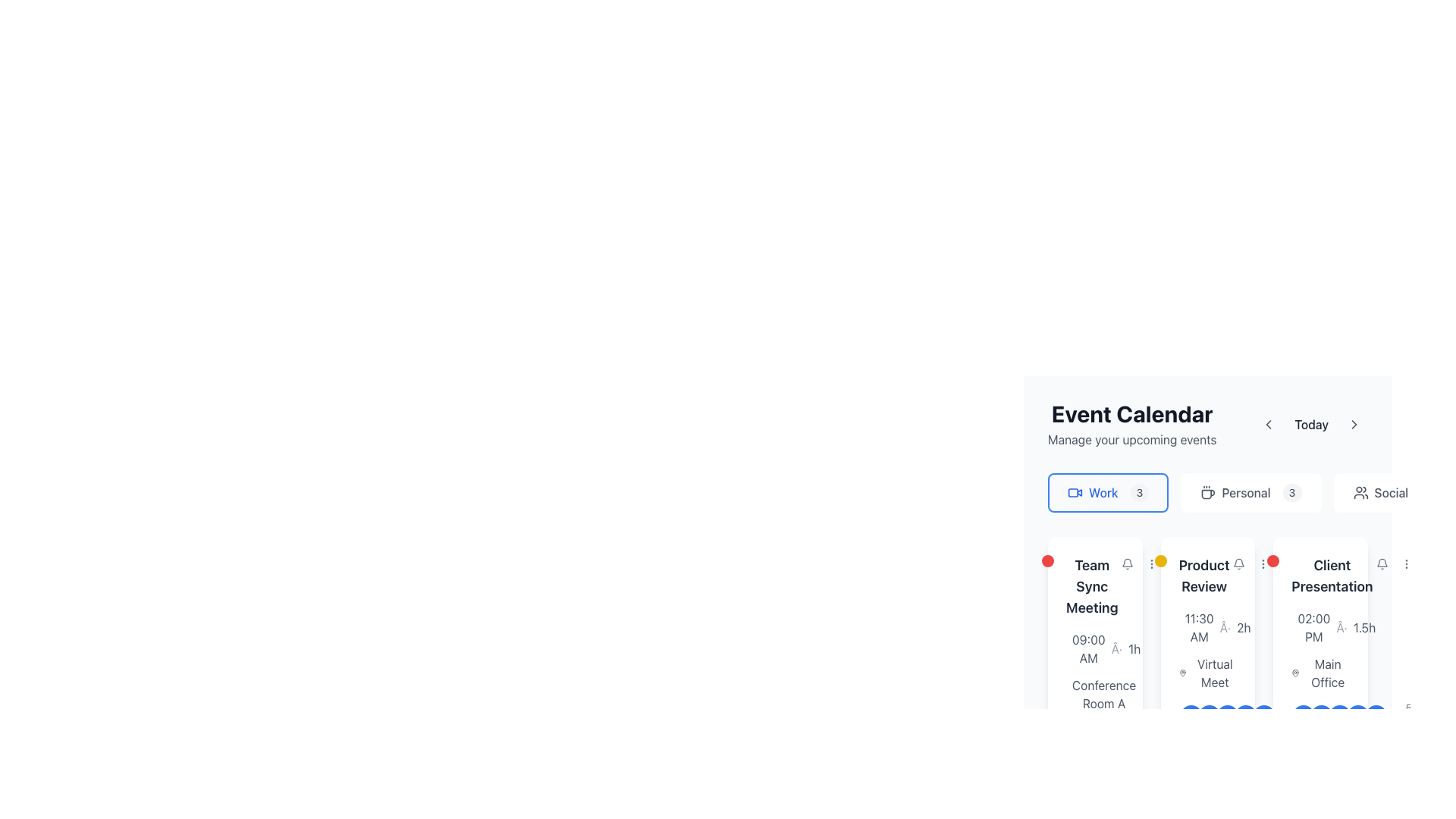 The image size is (1456, 819). I want to click on the text element displaying the title 'Product Review' which is the main heading for the card in the 'Event Calendar' section, so click(1203, 576).